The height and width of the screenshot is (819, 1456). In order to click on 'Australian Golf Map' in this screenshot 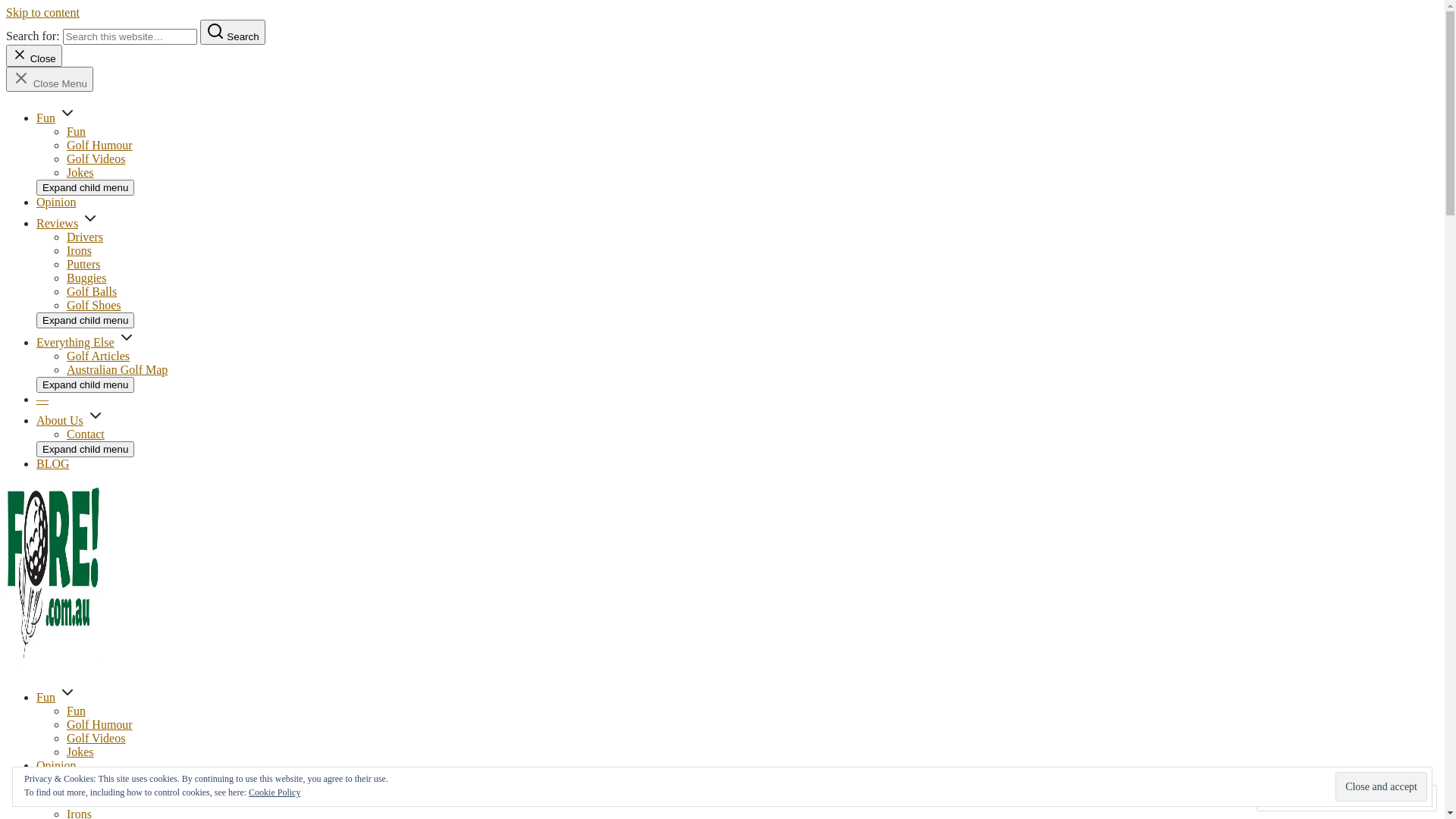, I will do `click(65, 369)`.